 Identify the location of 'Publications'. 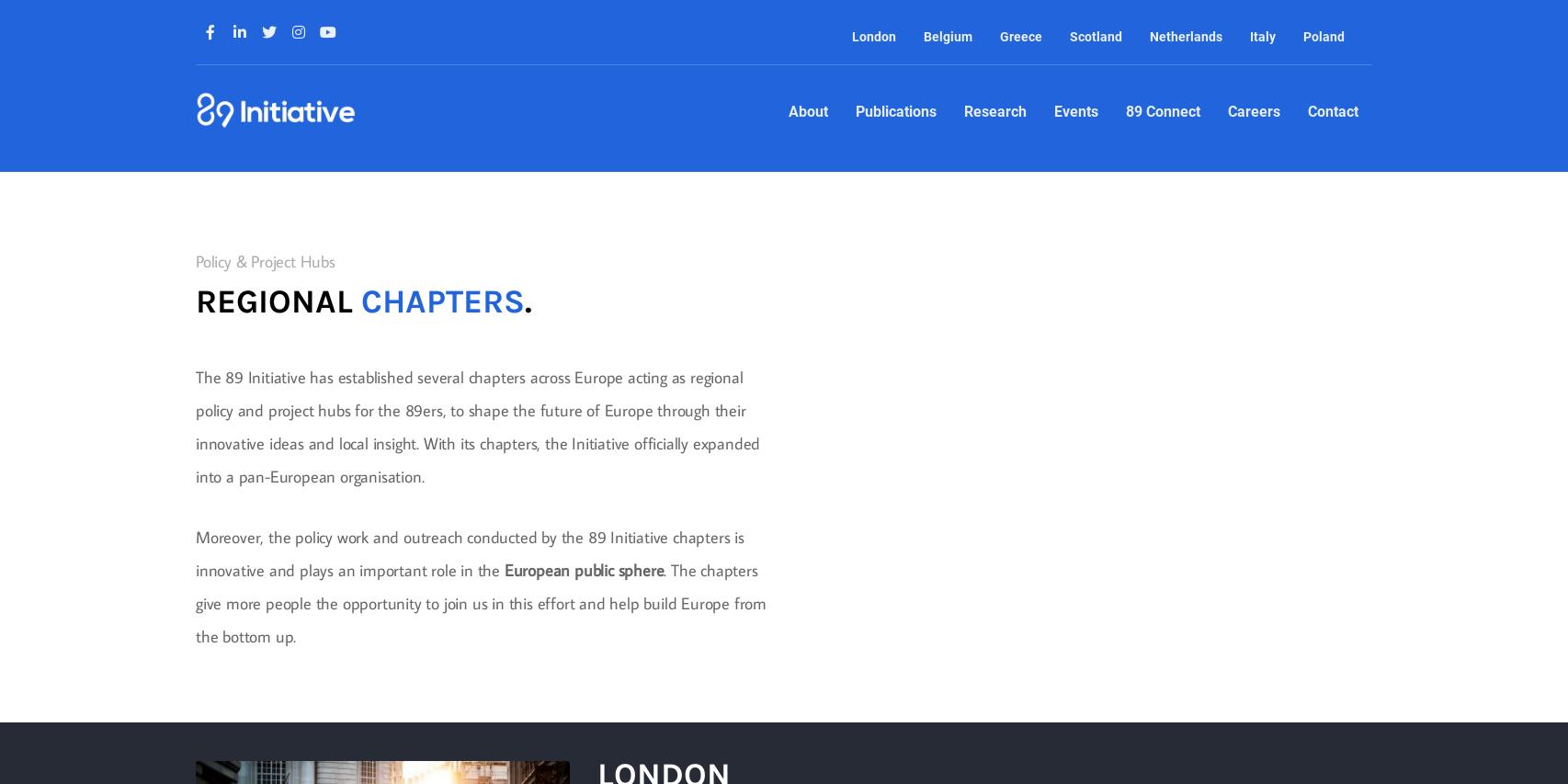
(894, 111).